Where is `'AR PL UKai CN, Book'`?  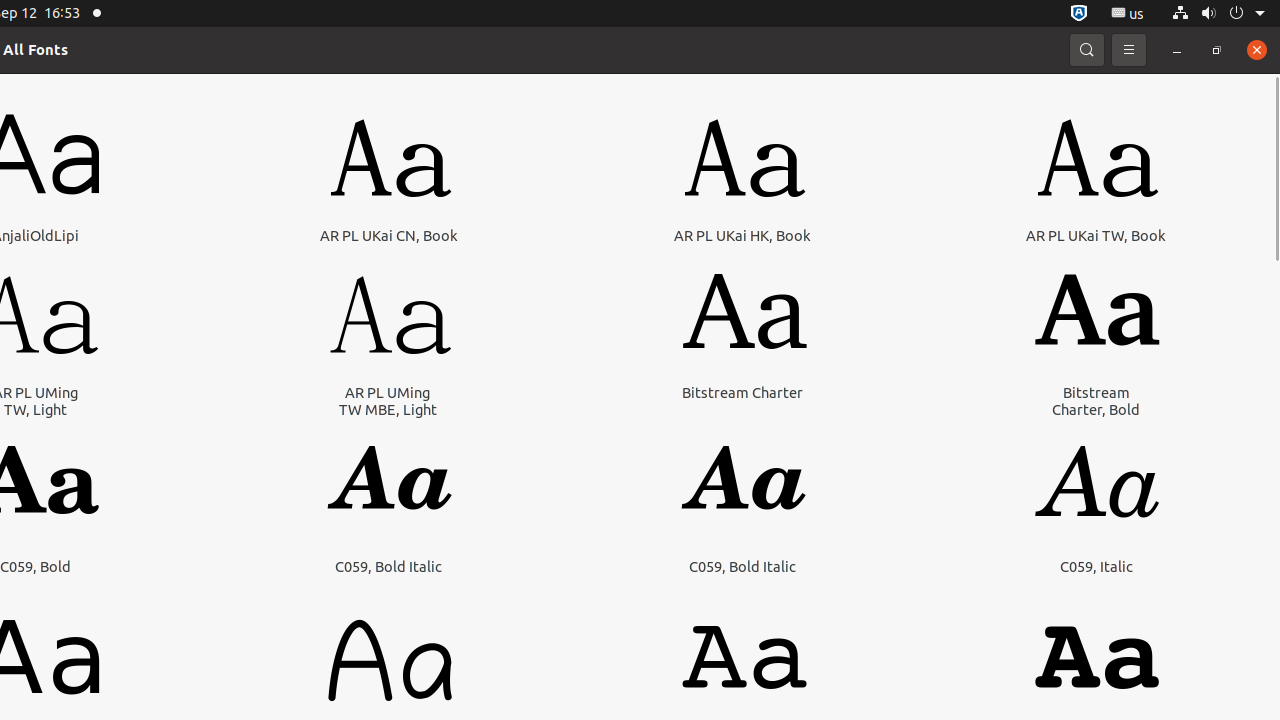 'AR PL UKai CN, Book' is located at coordinates (388, 234).